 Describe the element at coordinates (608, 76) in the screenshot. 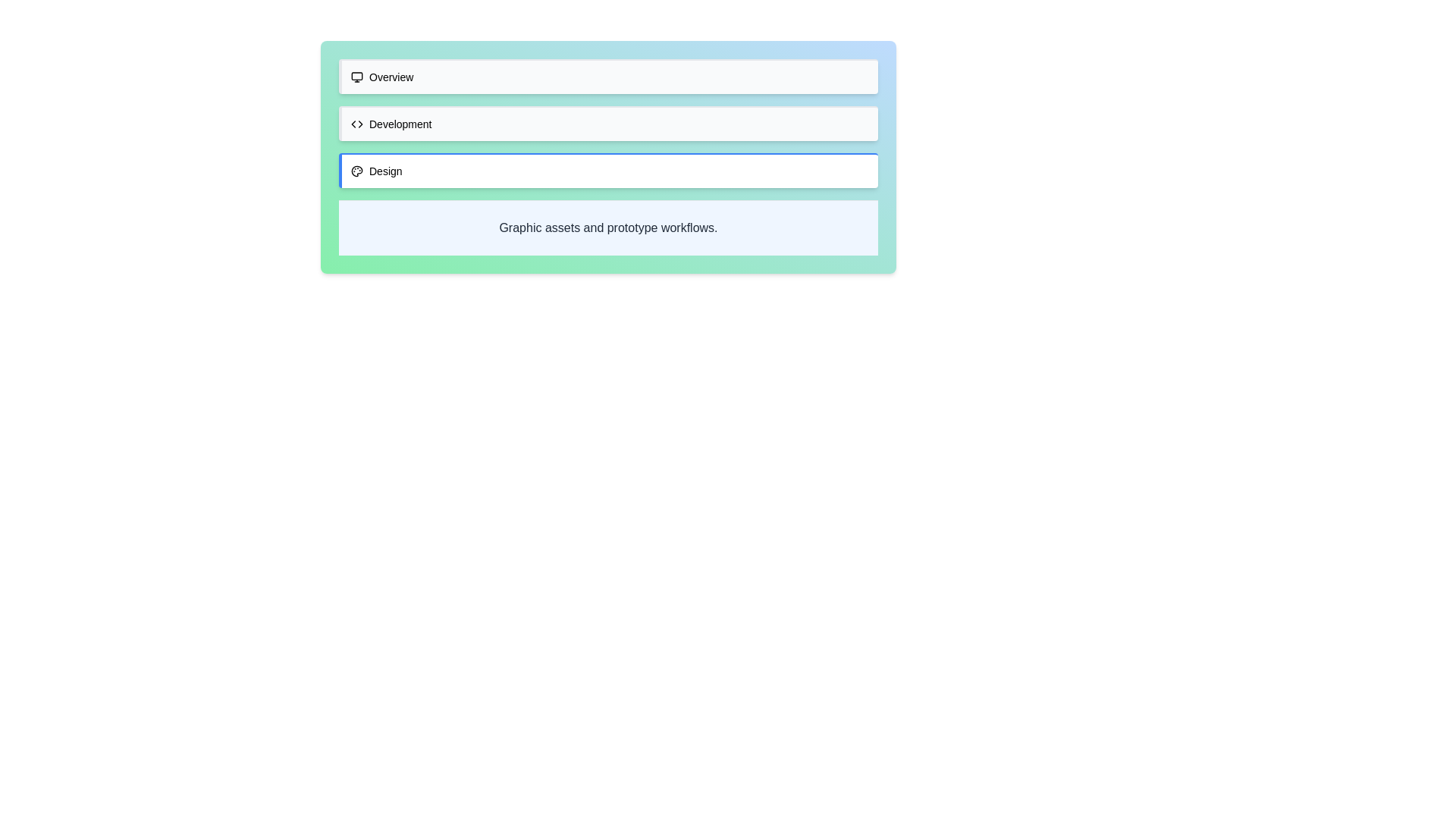

I see `the tab labeled Overview to see its hover effect` at that location.